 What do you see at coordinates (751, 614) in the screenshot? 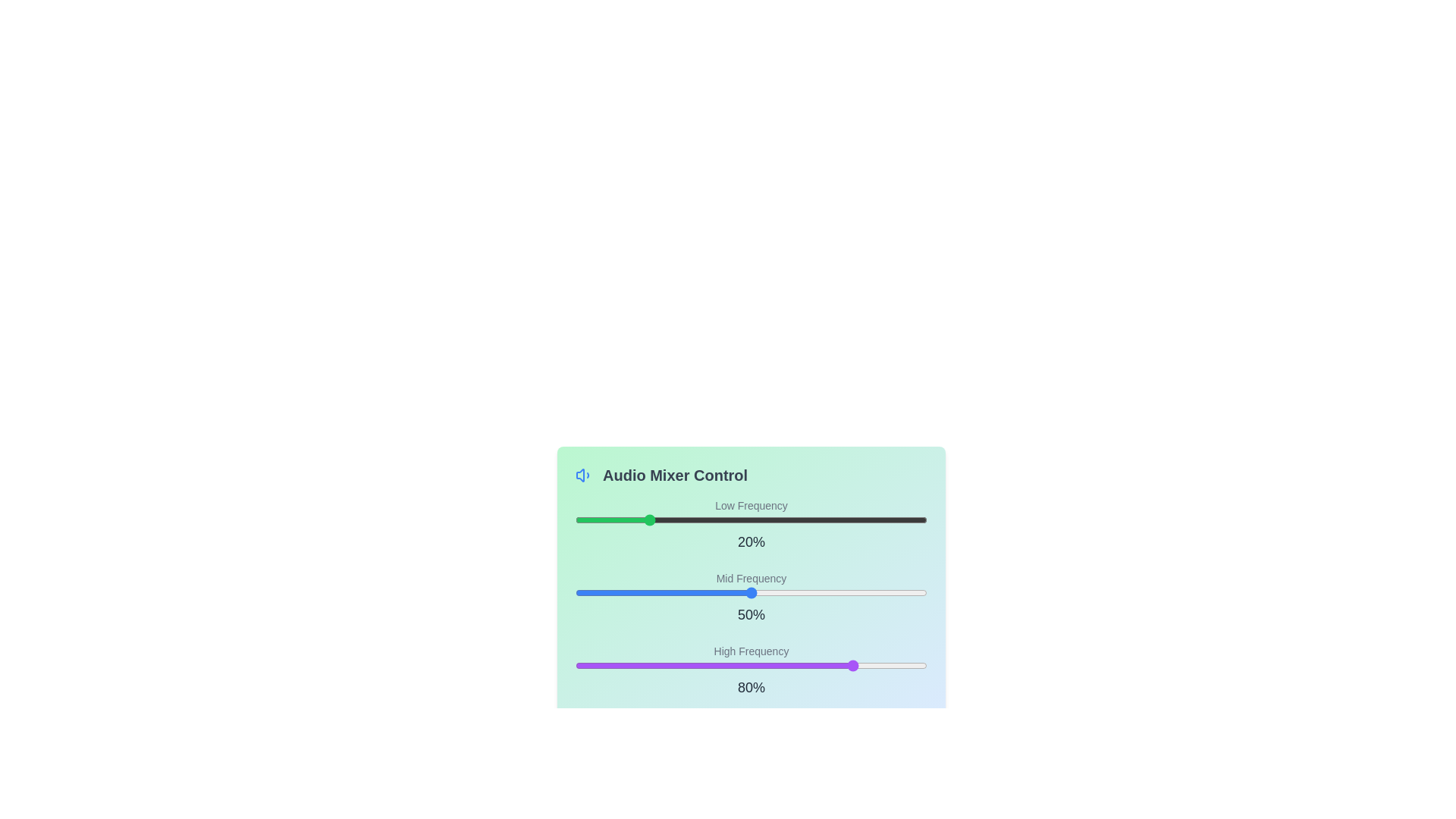
I see `the prominent Text label displaying '50%' that is positioned below the blue 'Mid Frequency' slider` at bounding box center [751, 614].